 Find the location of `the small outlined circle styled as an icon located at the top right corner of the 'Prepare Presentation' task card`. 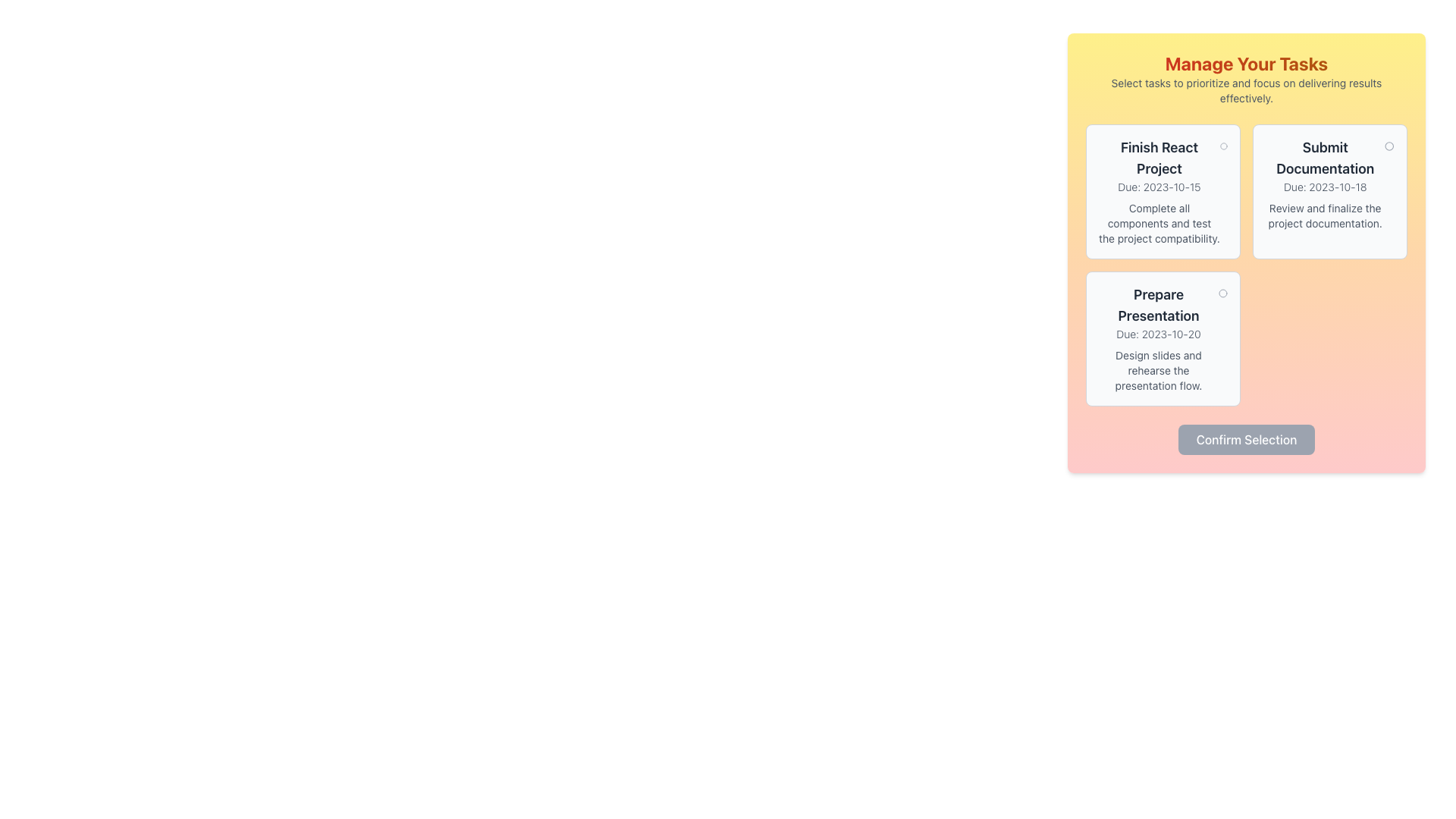

the small outlined circle styled as an icon located at the top right corner of the 'Prepare Presentation' task card is located at coordinates (1222, 293).